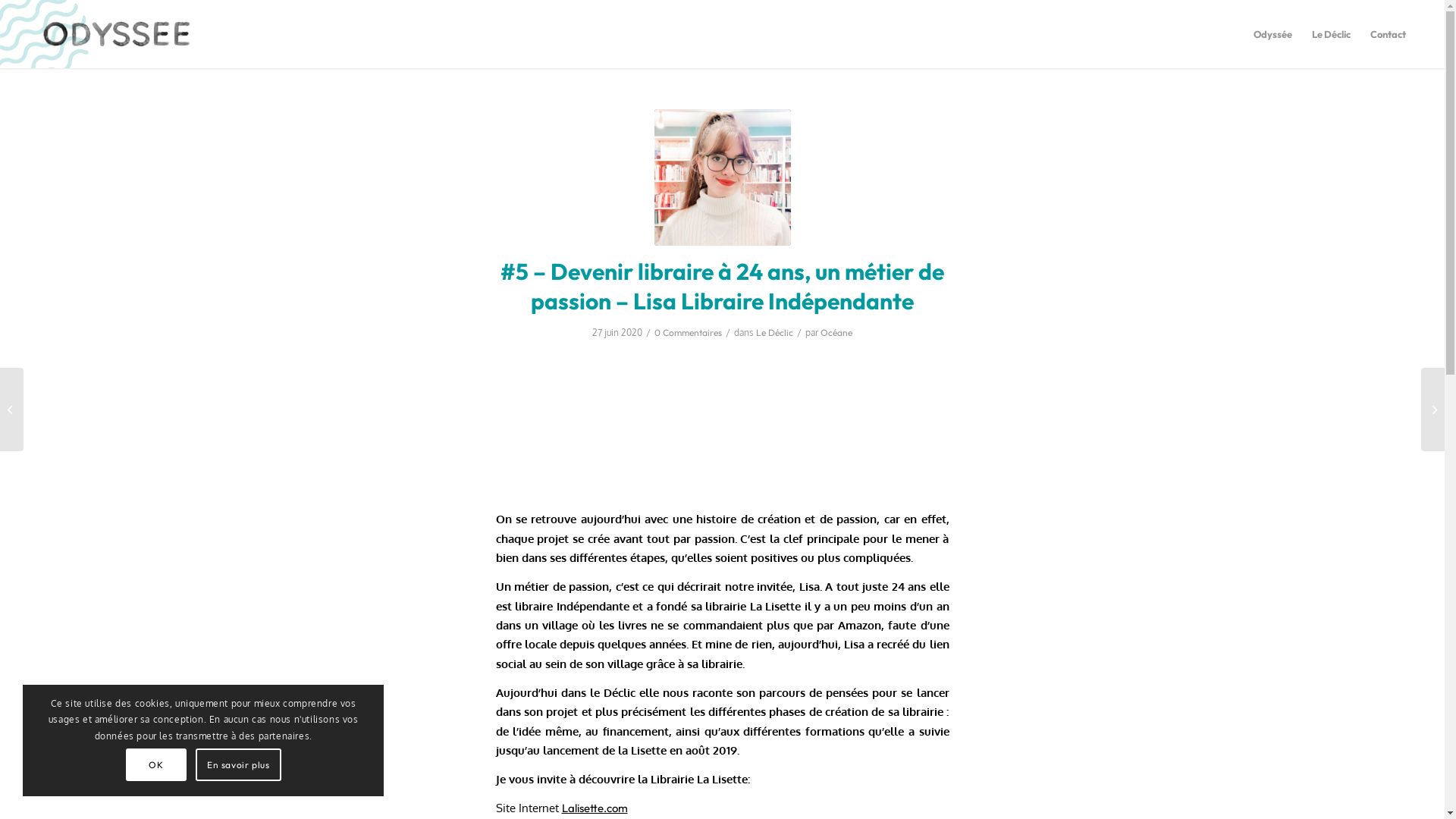 Image resolution: width=1456 pixels, height=819 pixels. What do you see at coordinates (593, 807) in the screenshot?
I see `'Lalisette.com'` at bounding box center [593, 807].